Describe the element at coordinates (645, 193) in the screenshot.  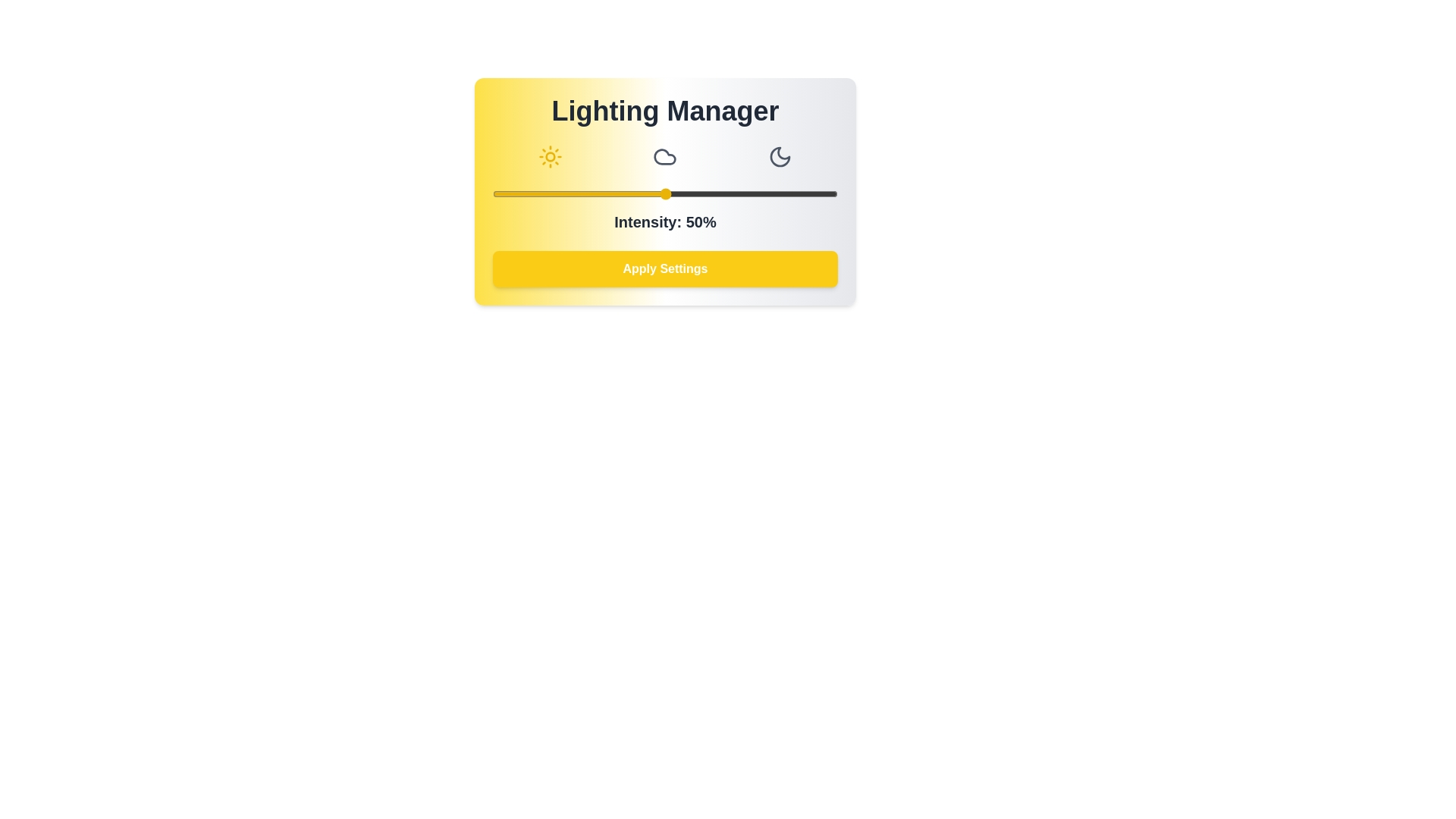
I see `the light intensity slider to 44%` at that location.